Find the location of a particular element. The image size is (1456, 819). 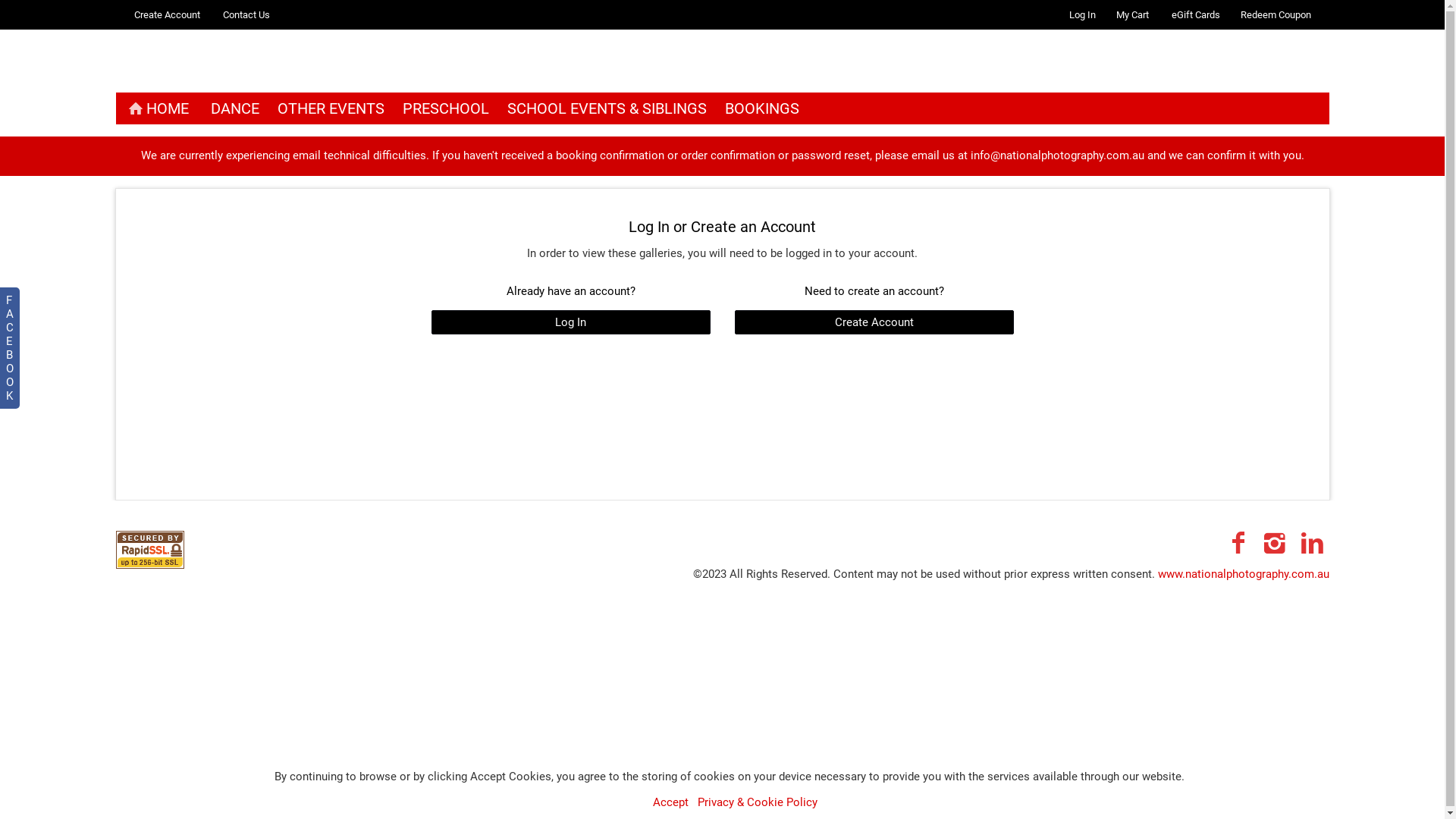

'www.nationalphotography.com.au' is located at coordinates (1242, 573).